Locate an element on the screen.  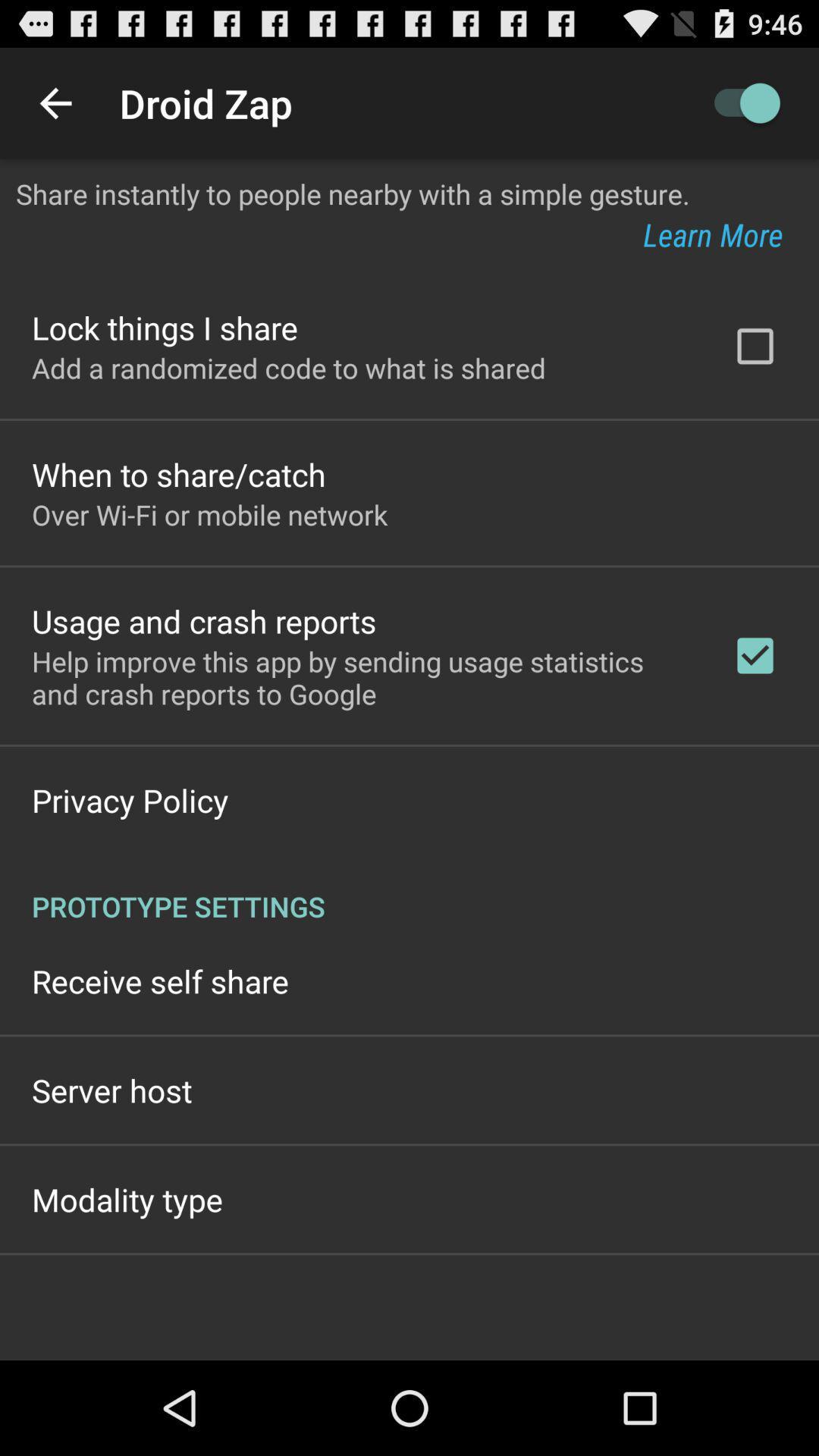
the app above share instantly to app is located at coordinates (739, 102).